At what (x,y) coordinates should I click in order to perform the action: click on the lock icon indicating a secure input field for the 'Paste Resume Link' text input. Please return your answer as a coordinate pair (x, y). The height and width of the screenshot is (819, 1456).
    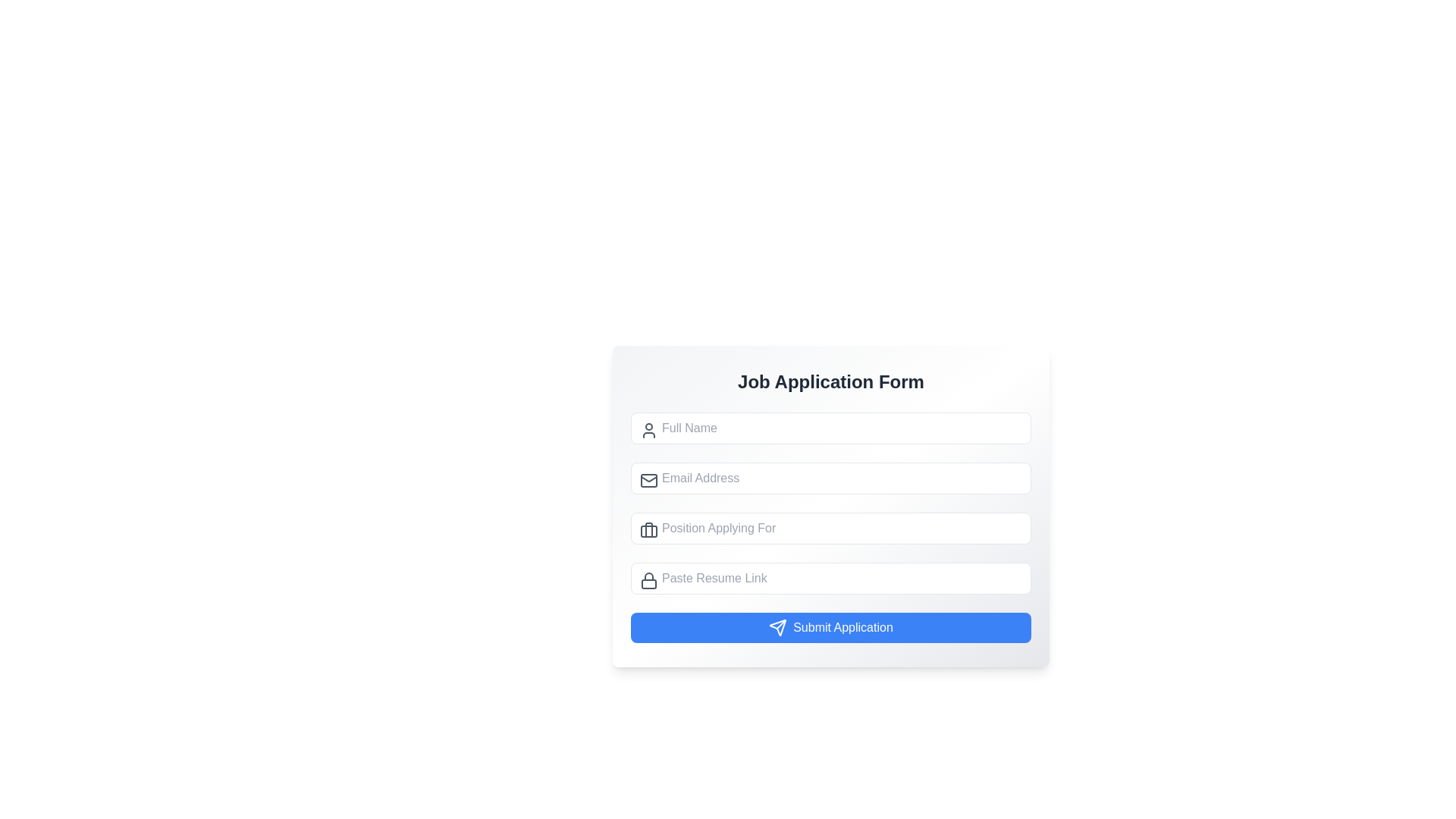
    Looking at the image, I should click on (648, 580).